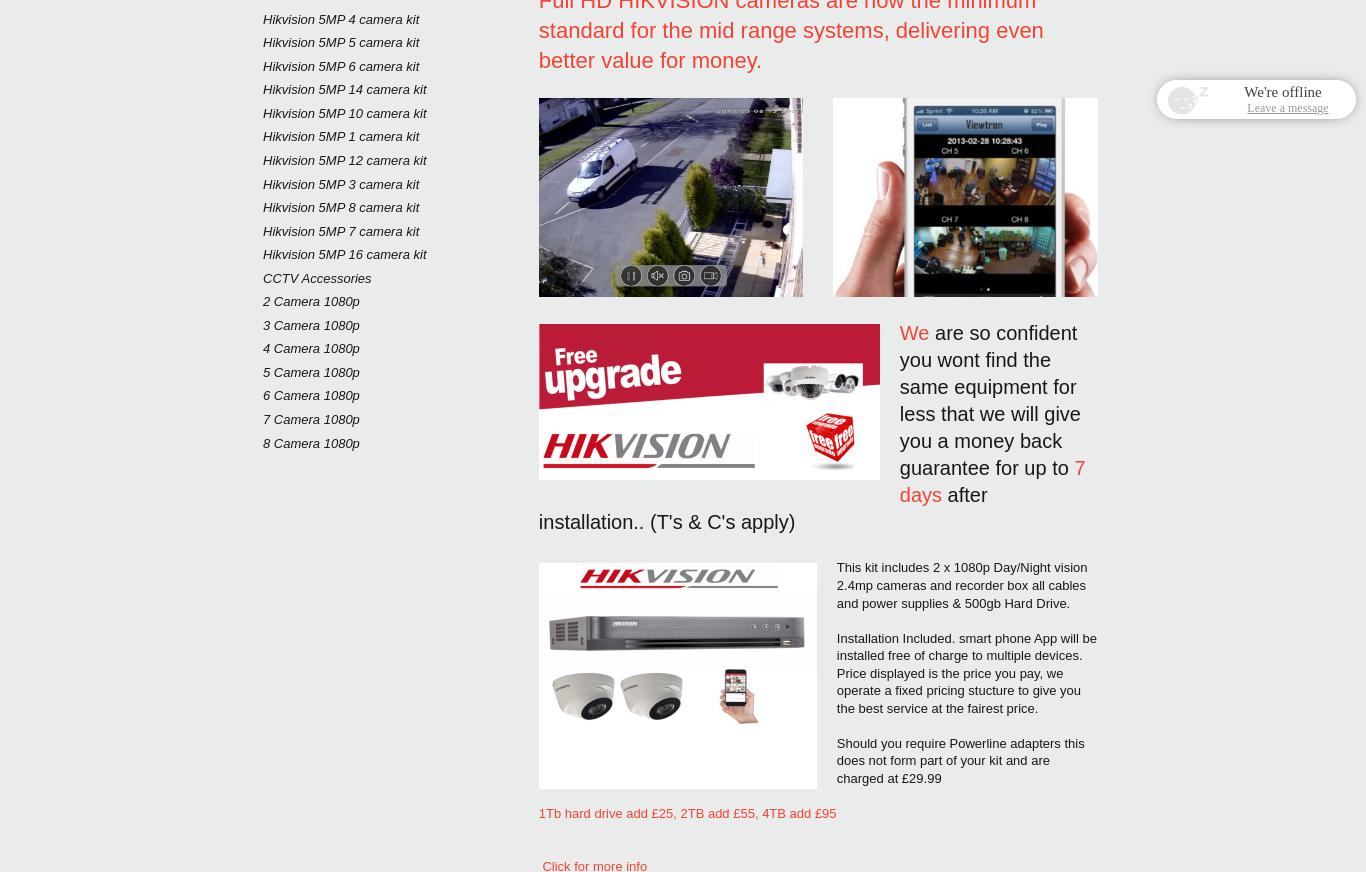  I want to click on 'CCTV Accessories', so click(317, 276).